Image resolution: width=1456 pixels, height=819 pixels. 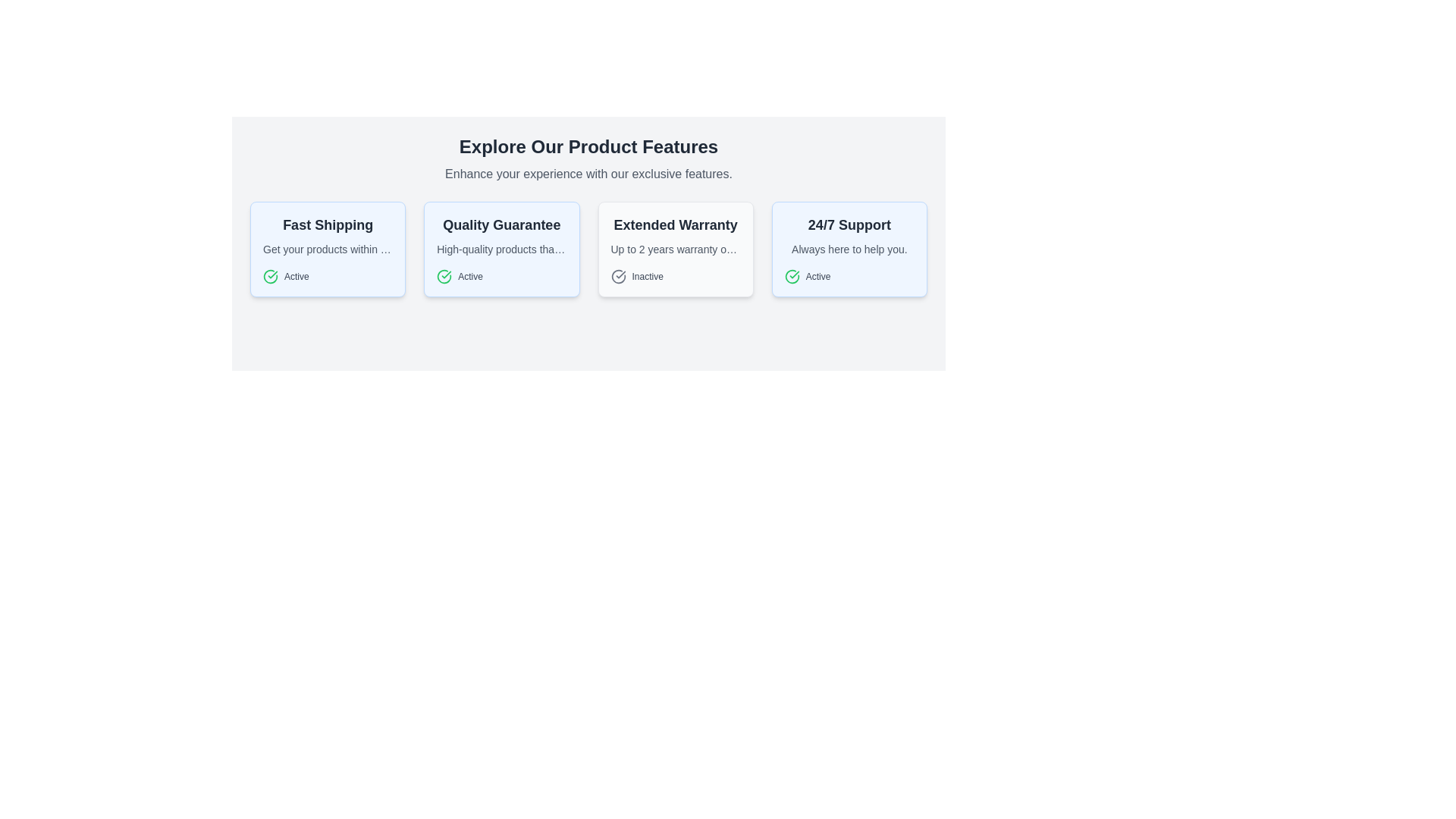 What do you see at coordinates (327, 225) in the screenshot?
I see `the 'Fast Shipping' text element located in the upper section of the first feature card from the left, despite it being marked as non-interactive` at bounding box center [327, 225].